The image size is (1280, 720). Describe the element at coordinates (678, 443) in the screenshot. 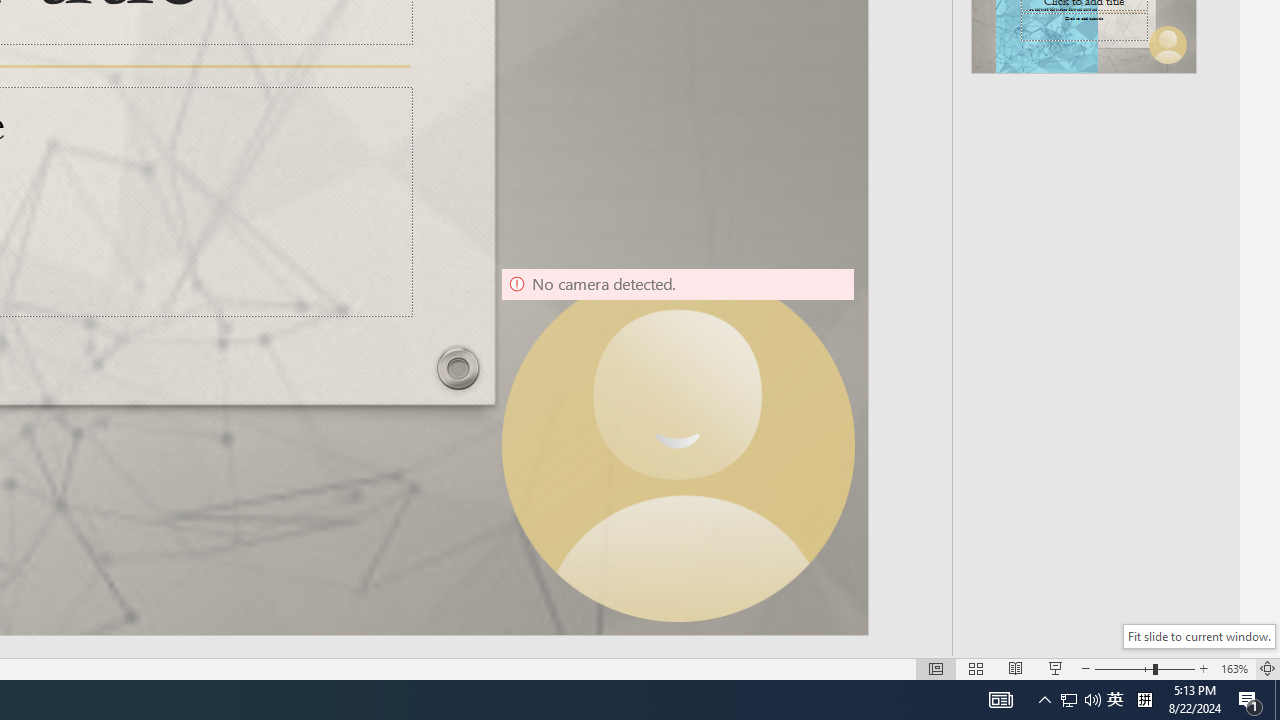

I see `'Camera 9, No camera detected.'` at that location.